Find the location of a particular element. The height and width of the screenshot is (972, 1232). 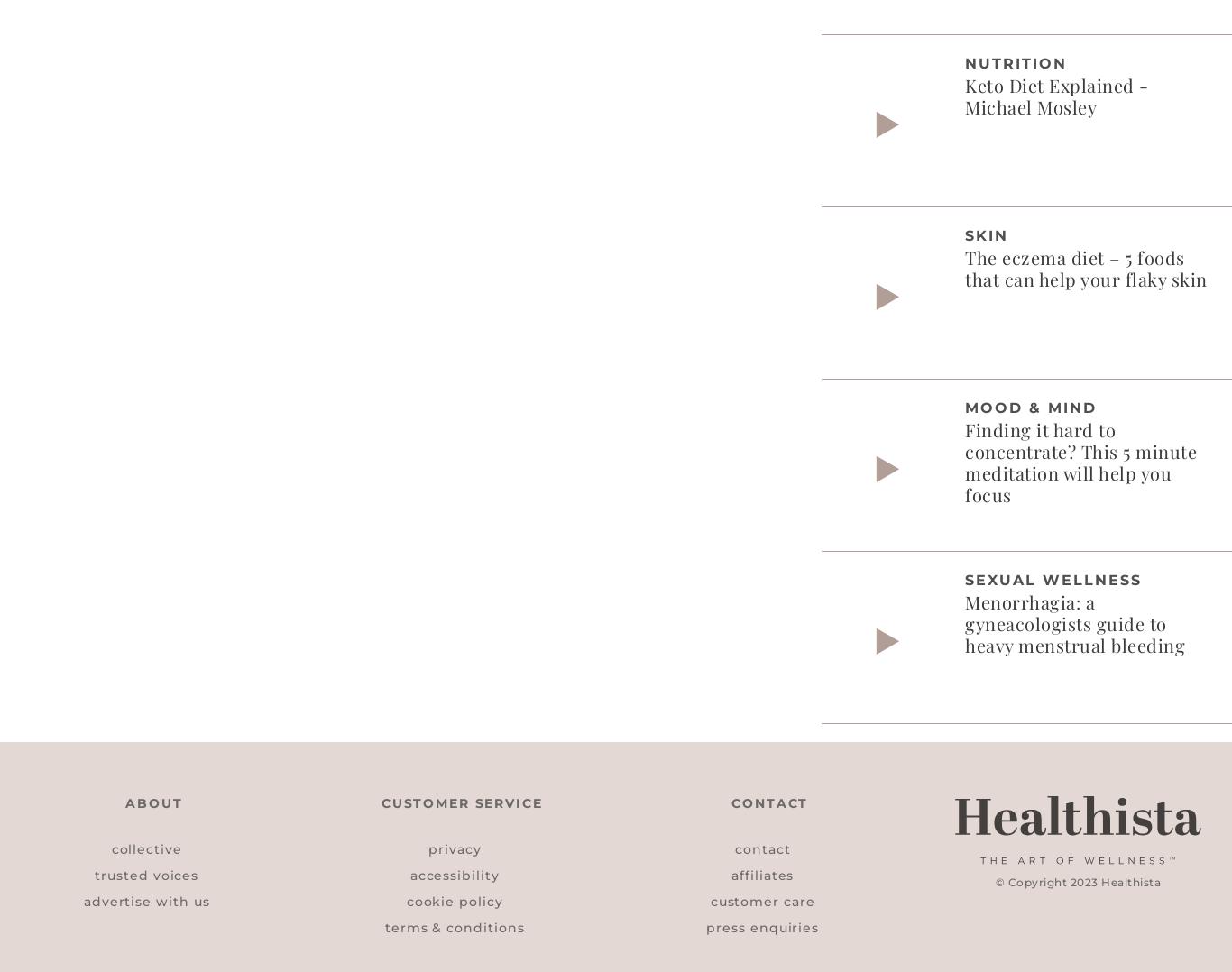

'privacy' is located at coordinates (454, 847).